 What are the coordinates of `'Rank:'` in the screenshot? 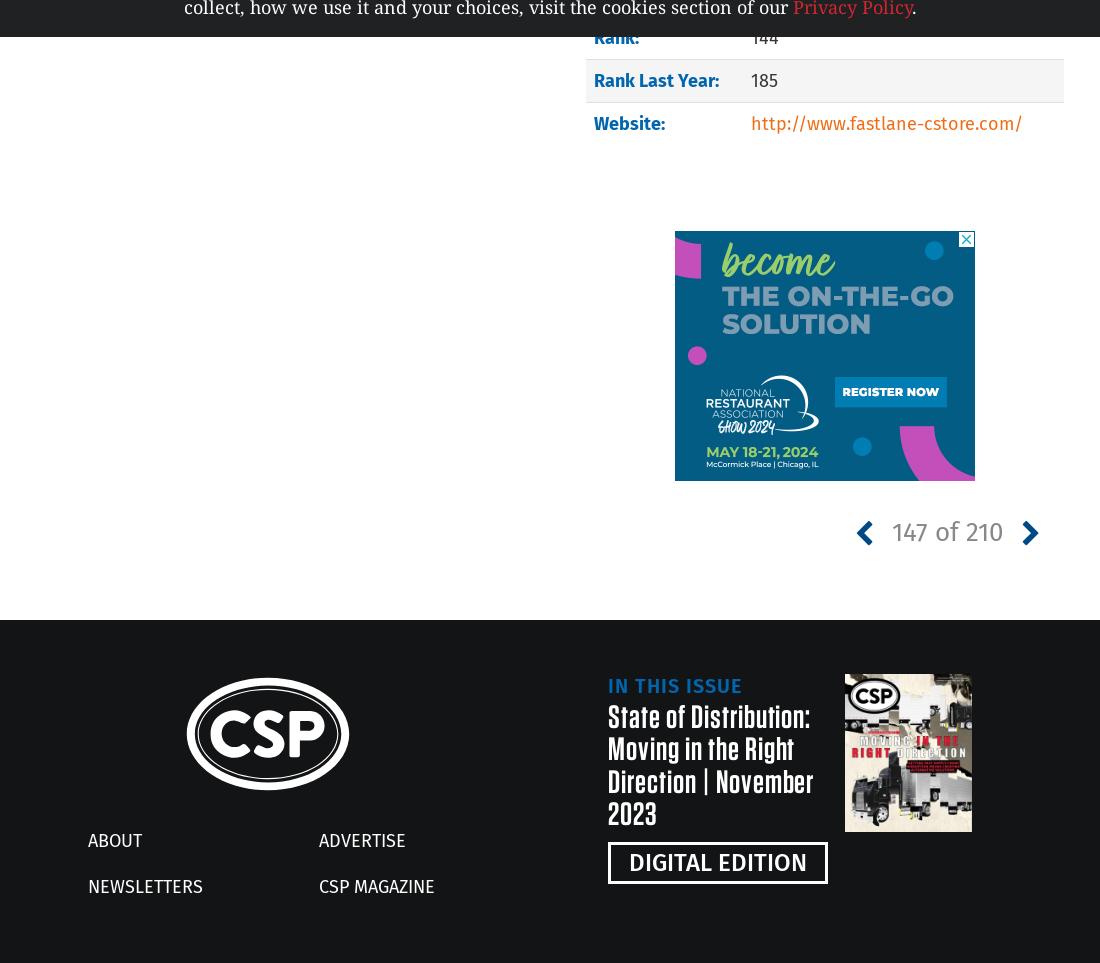 It's located at (615, 35).